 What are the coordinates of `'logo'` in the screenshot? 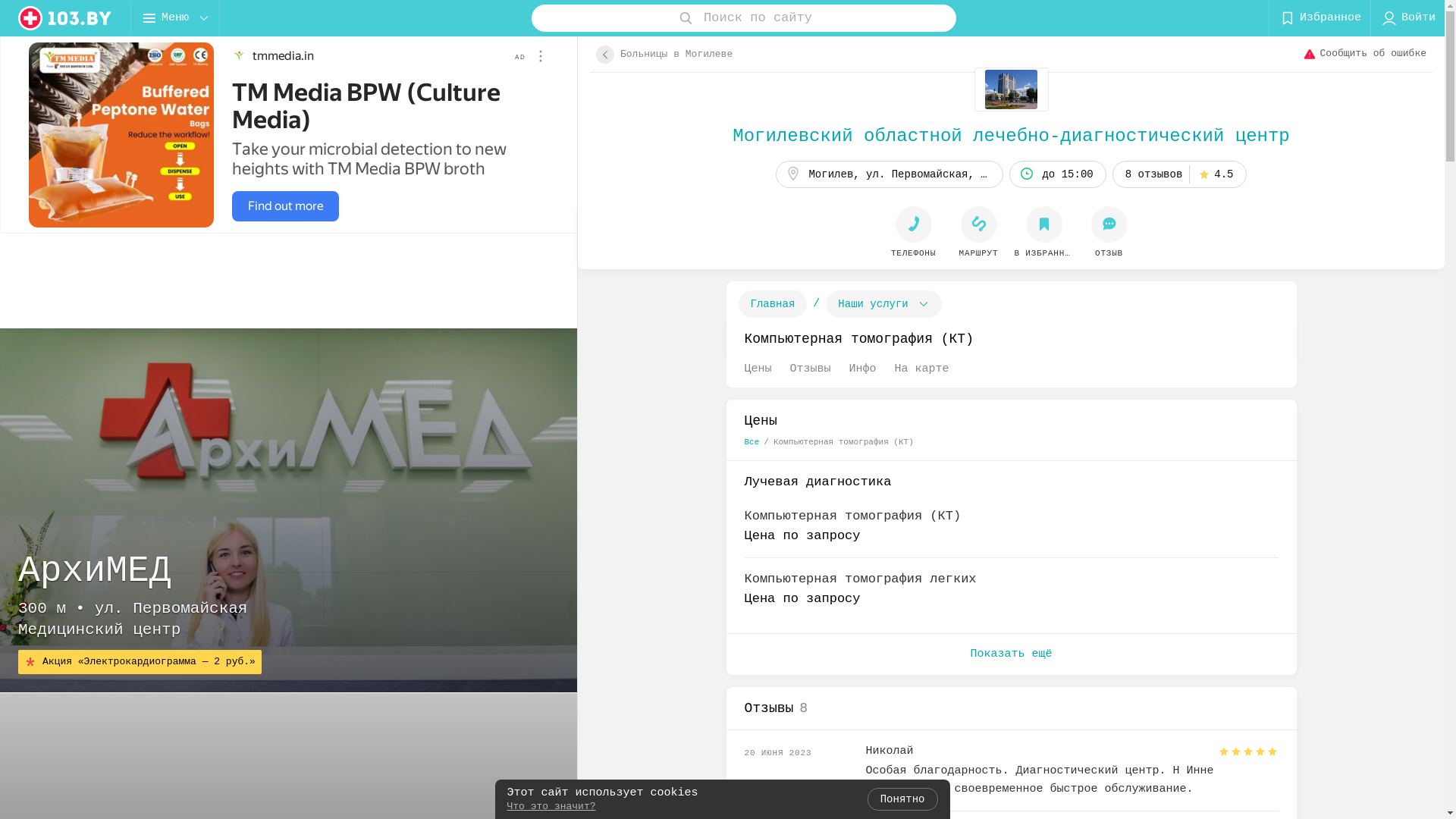 It's located at (64, 17).